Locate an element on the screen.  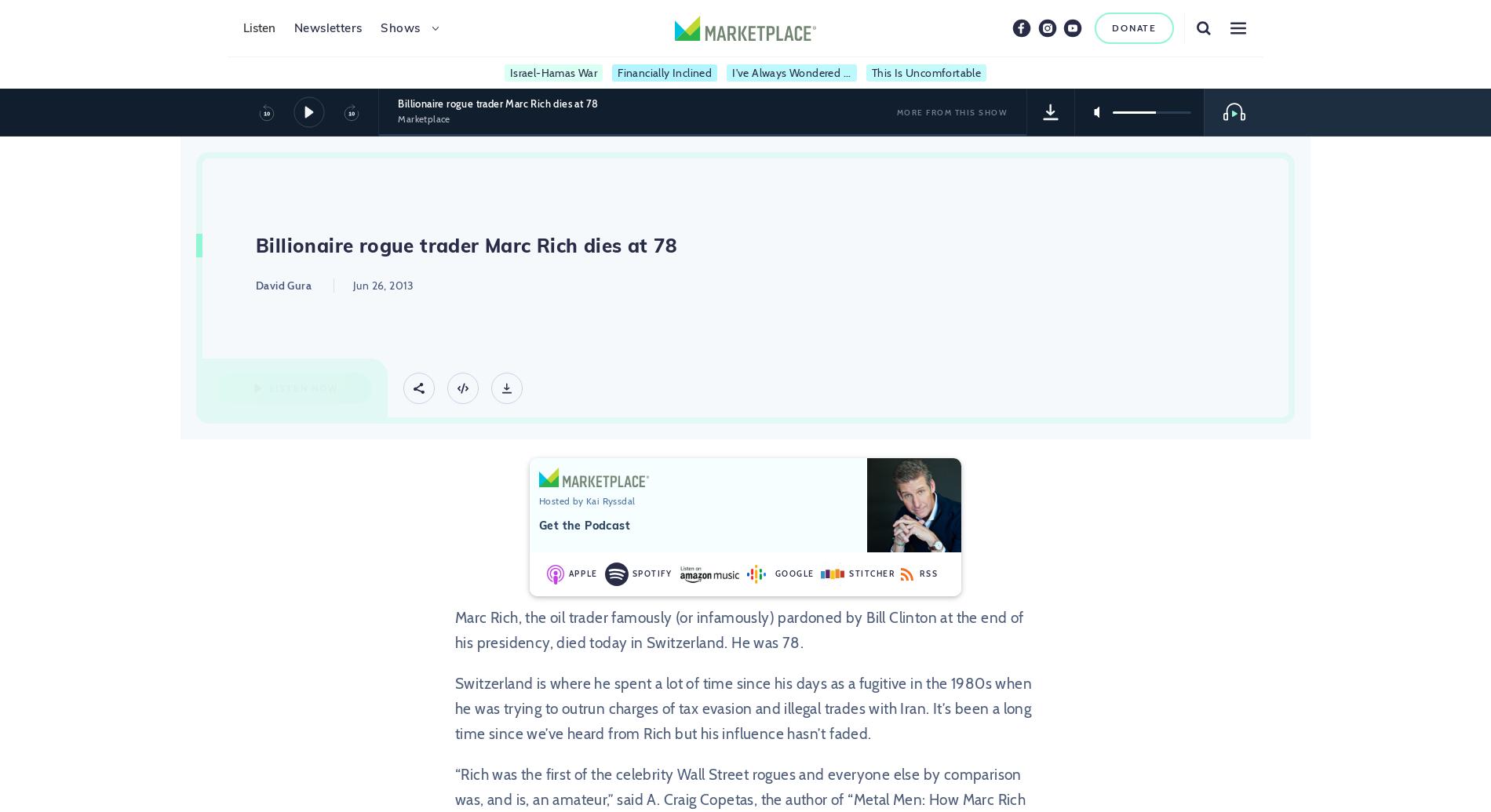
'Jun 26, 2013' is located at coordinates (383, 286).